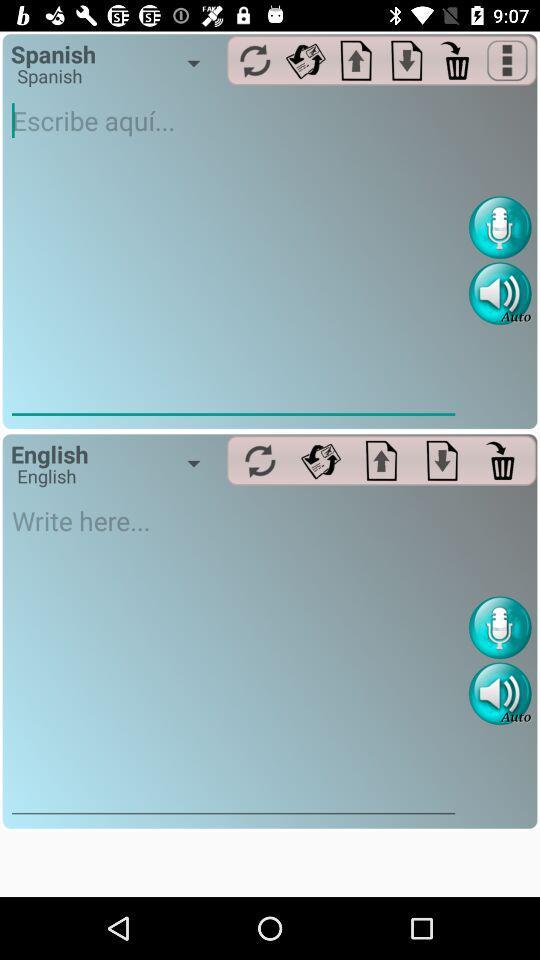 Image resolution: width=540 pixels, height=960 pixels. Describe the element at coordinates (499, 227) in the screenshot. I see `record button` at that location.